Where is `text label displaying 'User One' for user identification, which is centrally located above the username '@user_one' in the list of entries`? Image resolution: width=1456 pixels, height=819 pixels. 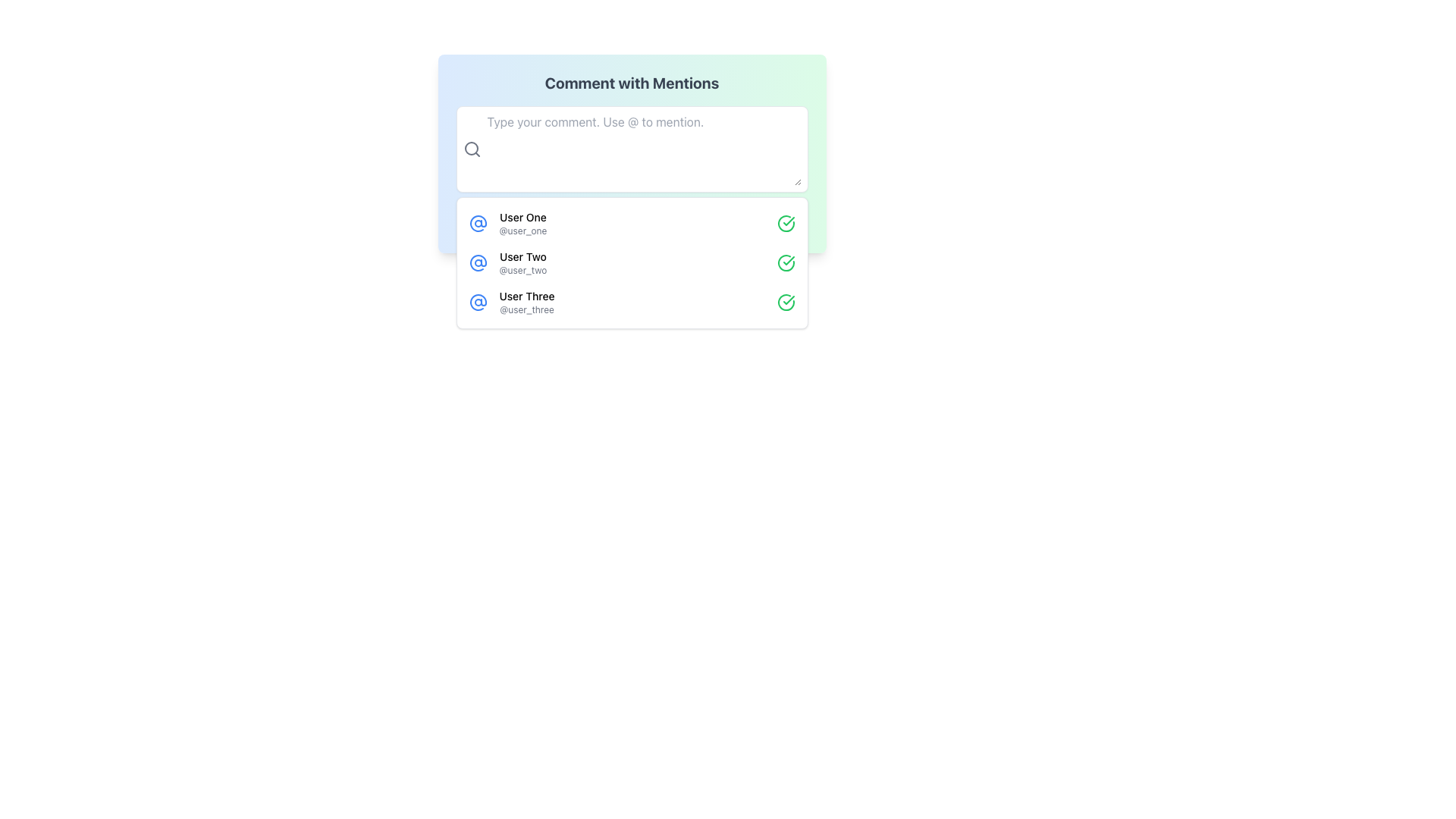
text label displaying 'User One' for user identification, which is centrally located above the username '@user_one' in the list of entries is located at coordinates (523, 217).